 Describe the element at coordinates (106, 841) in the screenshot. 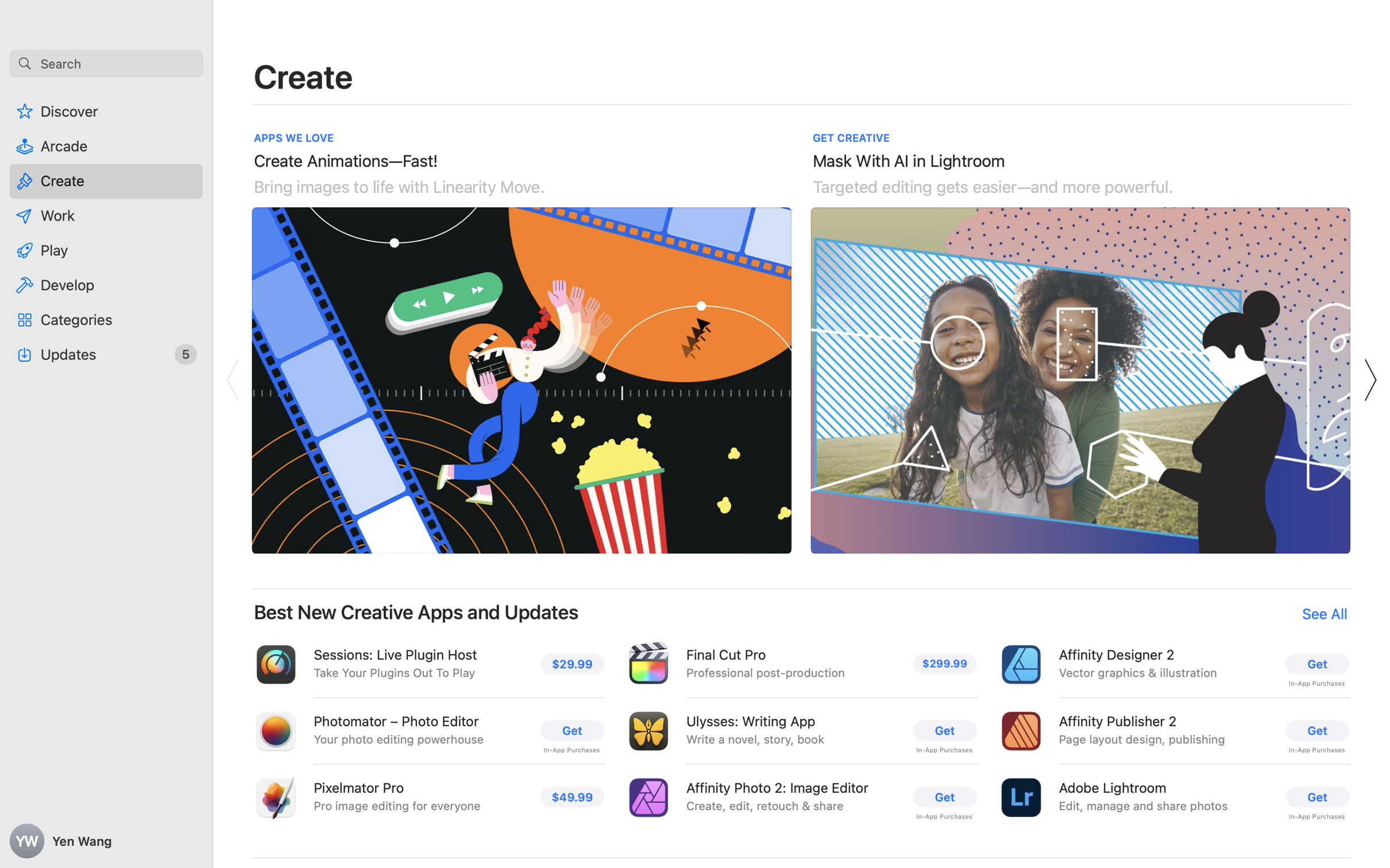

I see `'Yen Wang'` at that location.